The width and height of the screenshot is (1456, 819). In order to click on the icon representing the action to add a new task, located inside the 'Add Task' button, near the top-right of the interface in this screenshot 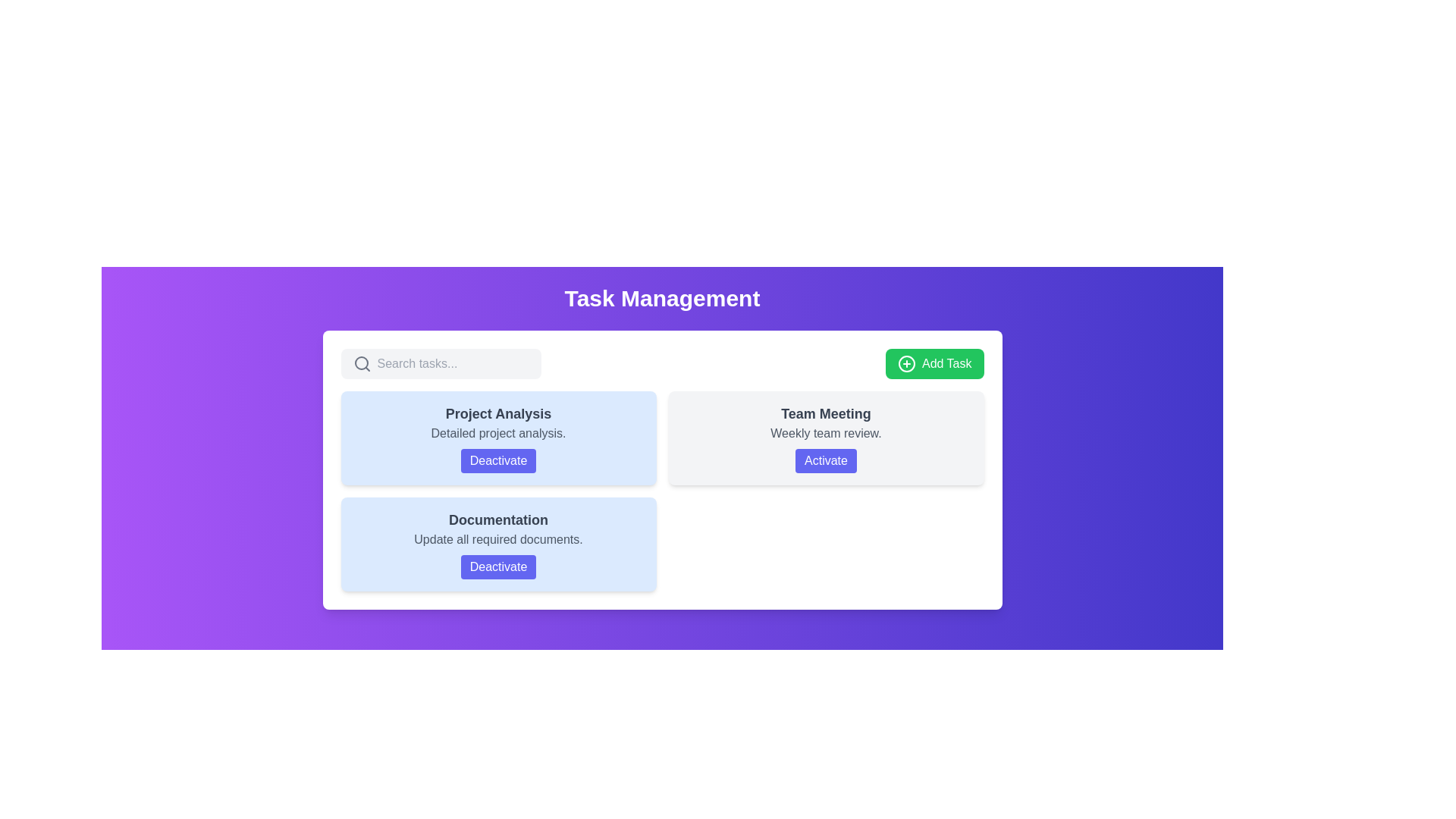, I will do `click(906, 363)`.